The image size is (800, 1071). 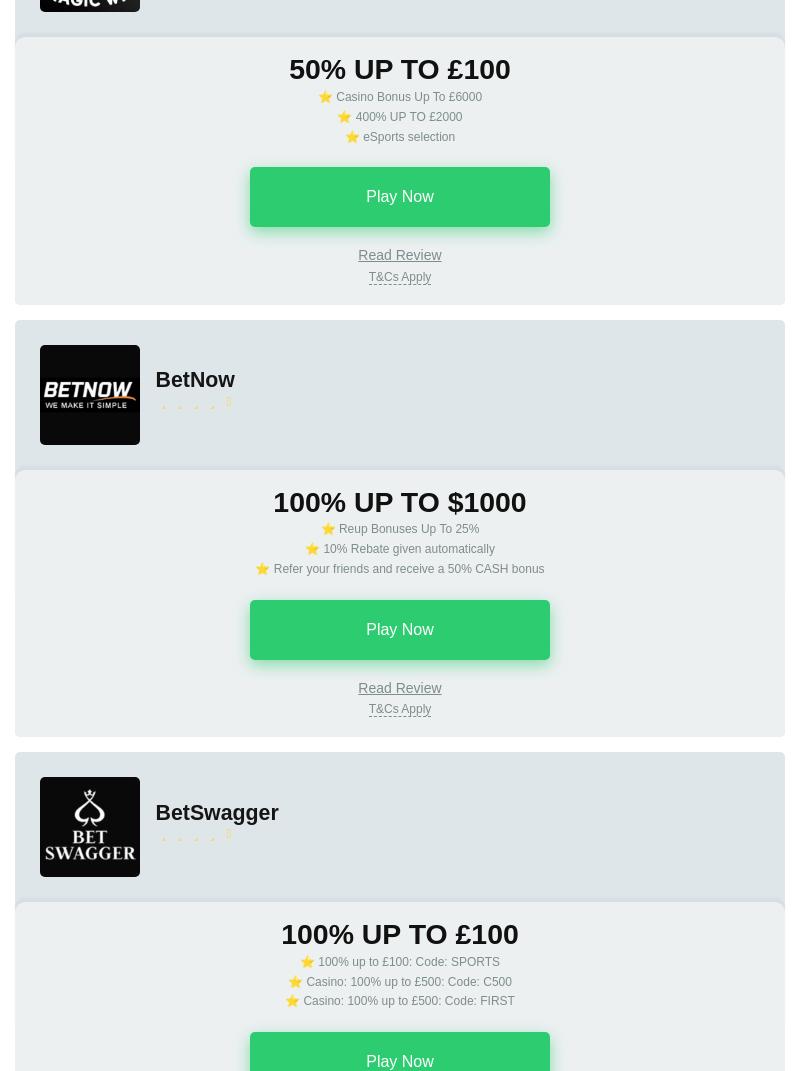 What do you see at coordinates (398, 527) in the screenshot?
I see `'⭐ Reup Bonuses Up To 25%'` at bounding box center [398, 527].